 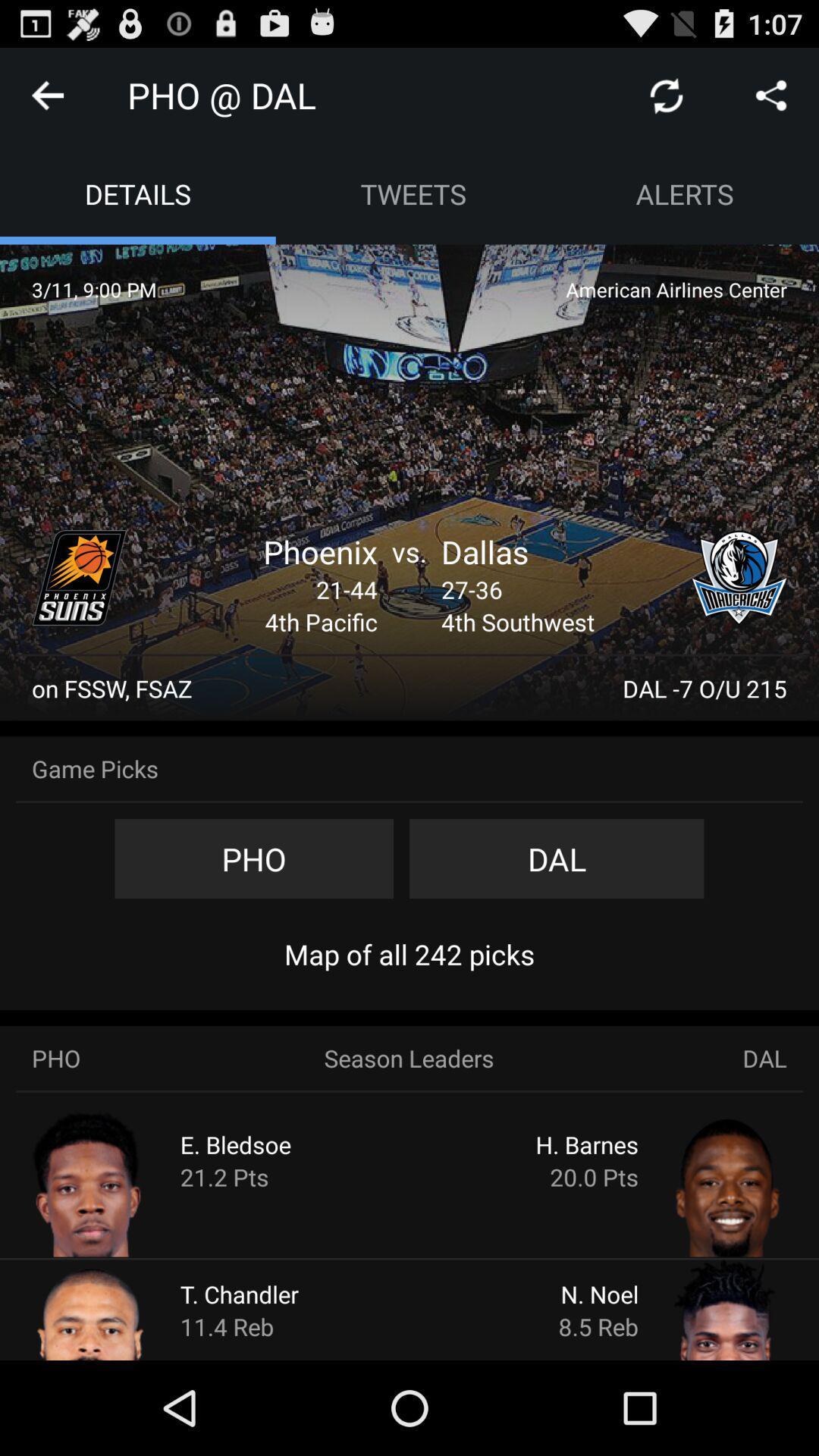 I want to click on refresh page, so click(x=666, y=94).